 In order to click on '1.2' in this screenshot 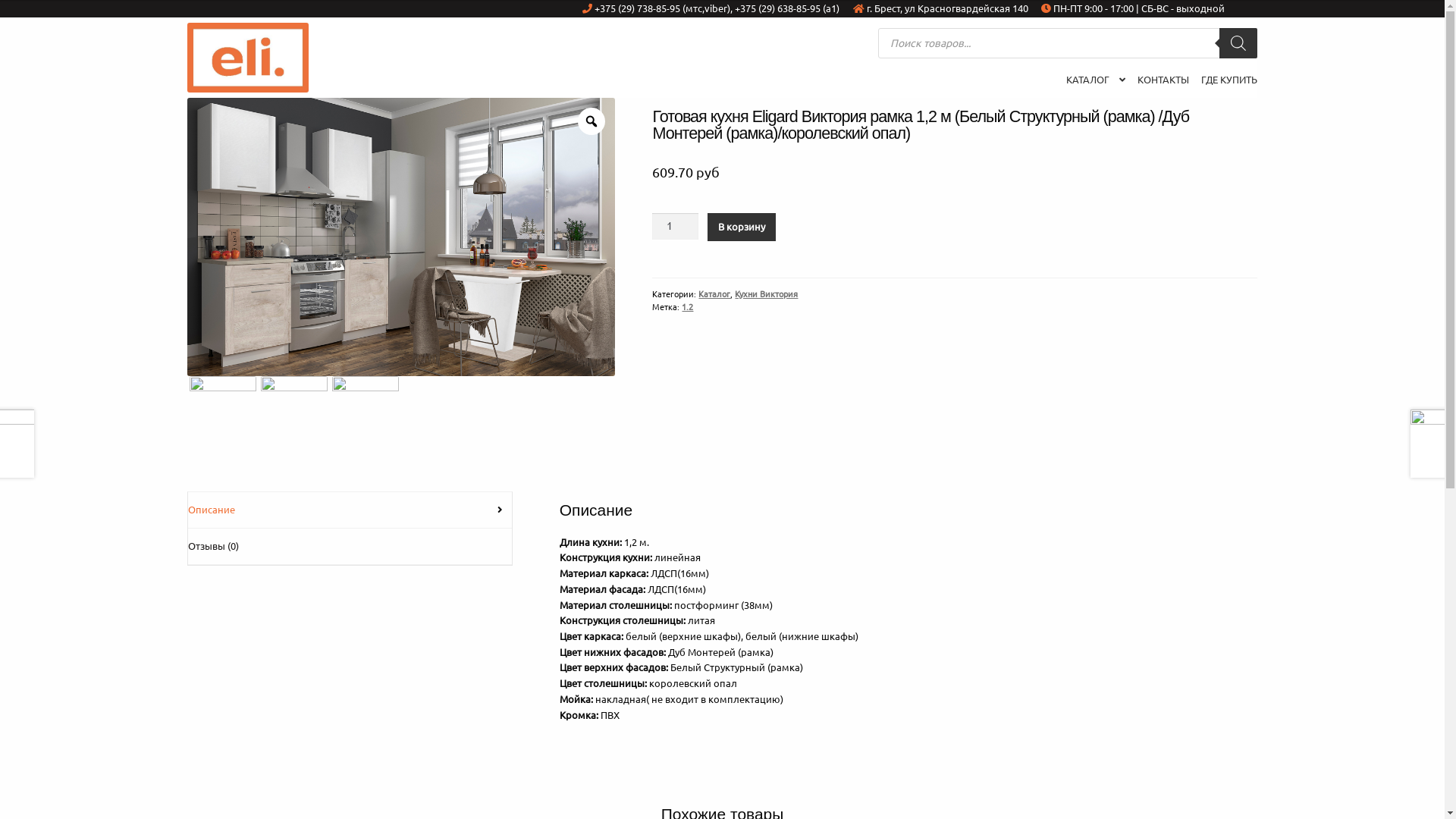, I will do `click(686, 306)`.